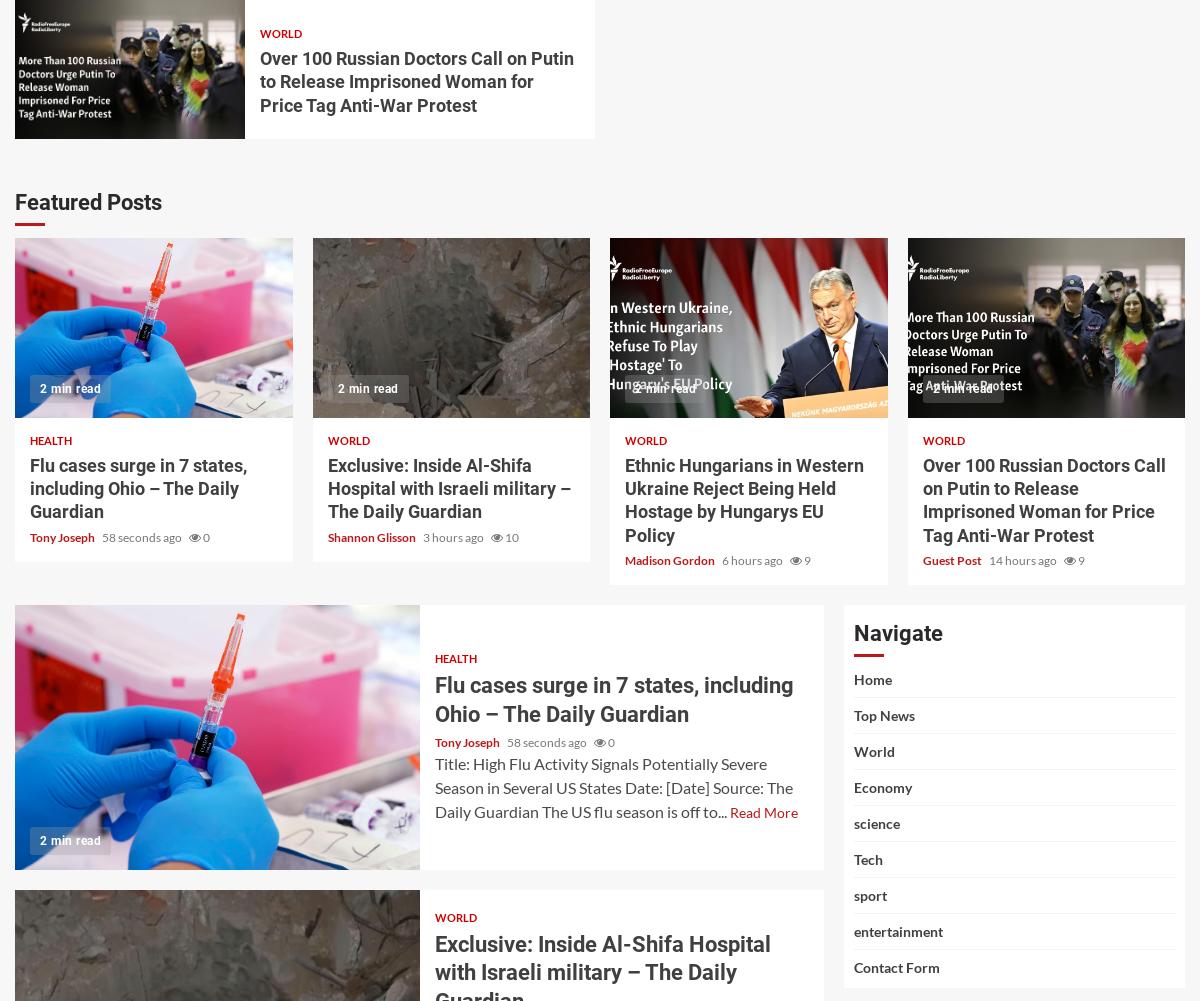 This screenshot has width=1200, height=1001. I want to click on 'Tony Joseph', so click(63, 535).